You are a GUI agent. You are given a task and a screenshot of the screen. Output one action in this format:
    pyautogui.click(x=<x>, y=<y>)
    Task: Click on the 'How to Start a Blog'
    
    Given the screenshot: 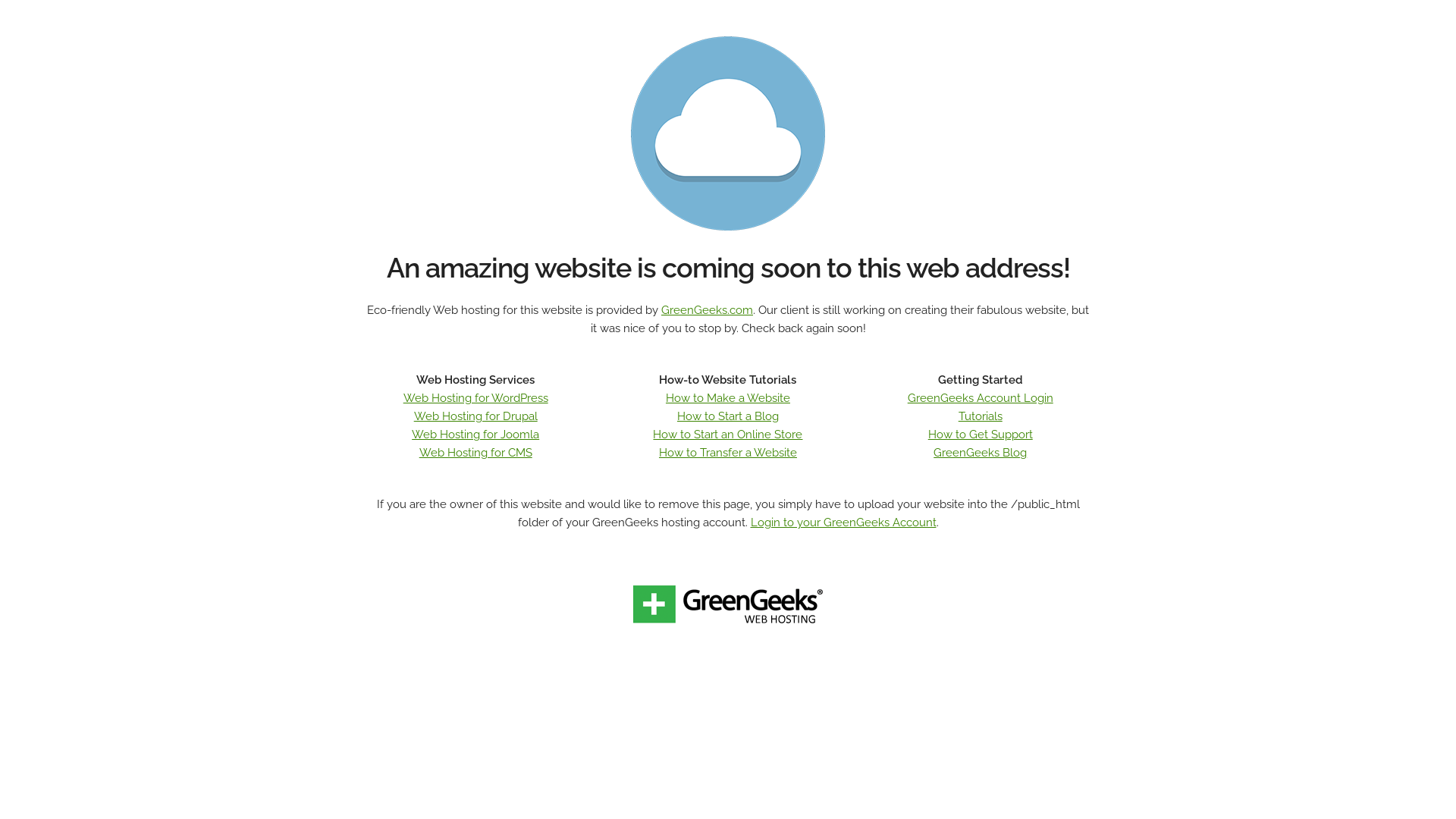 What is the action you would take?
    pyautogui.click(x=728, y=416)
    